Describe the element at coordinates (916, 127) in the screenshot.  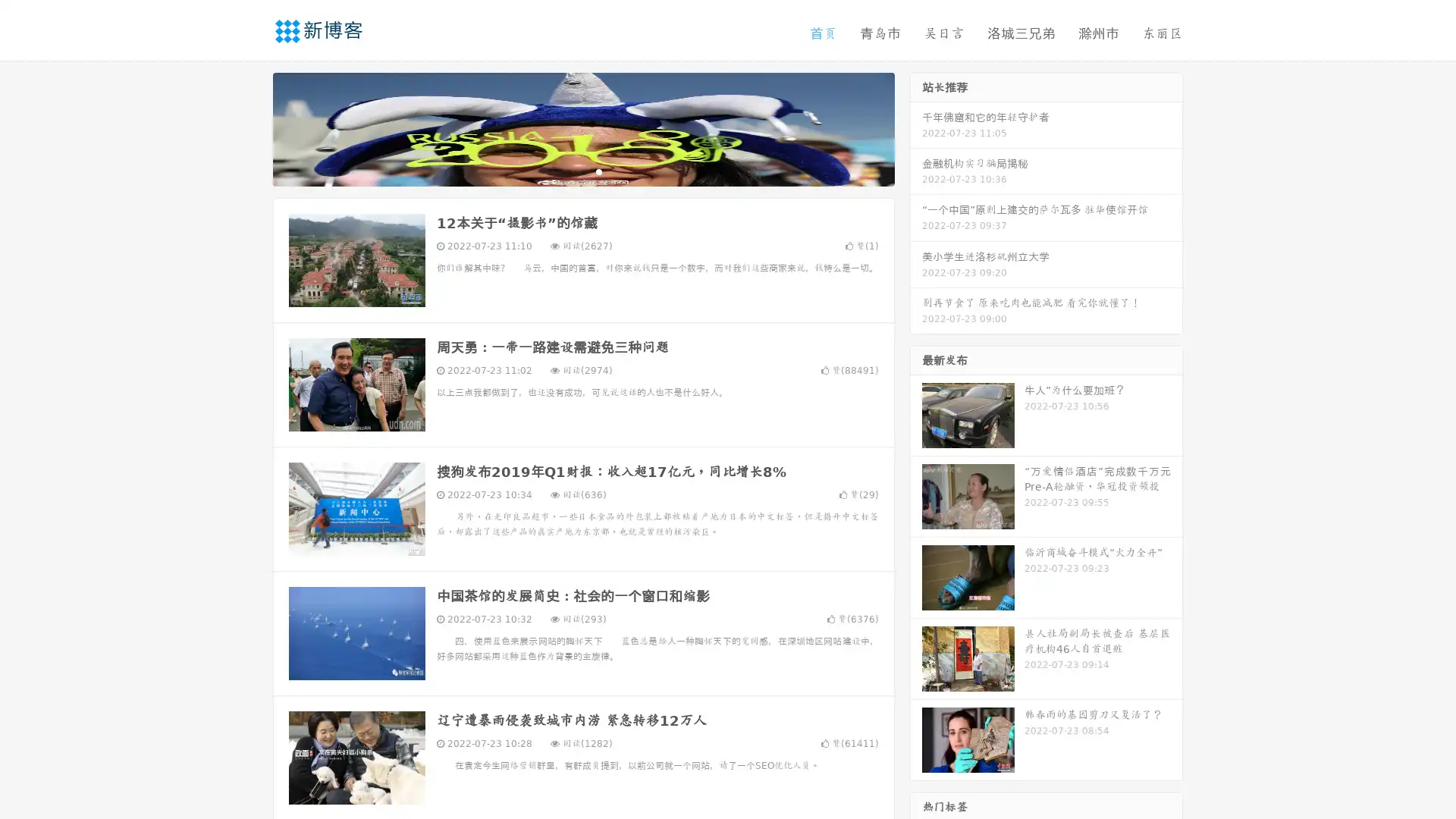
I see `Next slide` at that location.